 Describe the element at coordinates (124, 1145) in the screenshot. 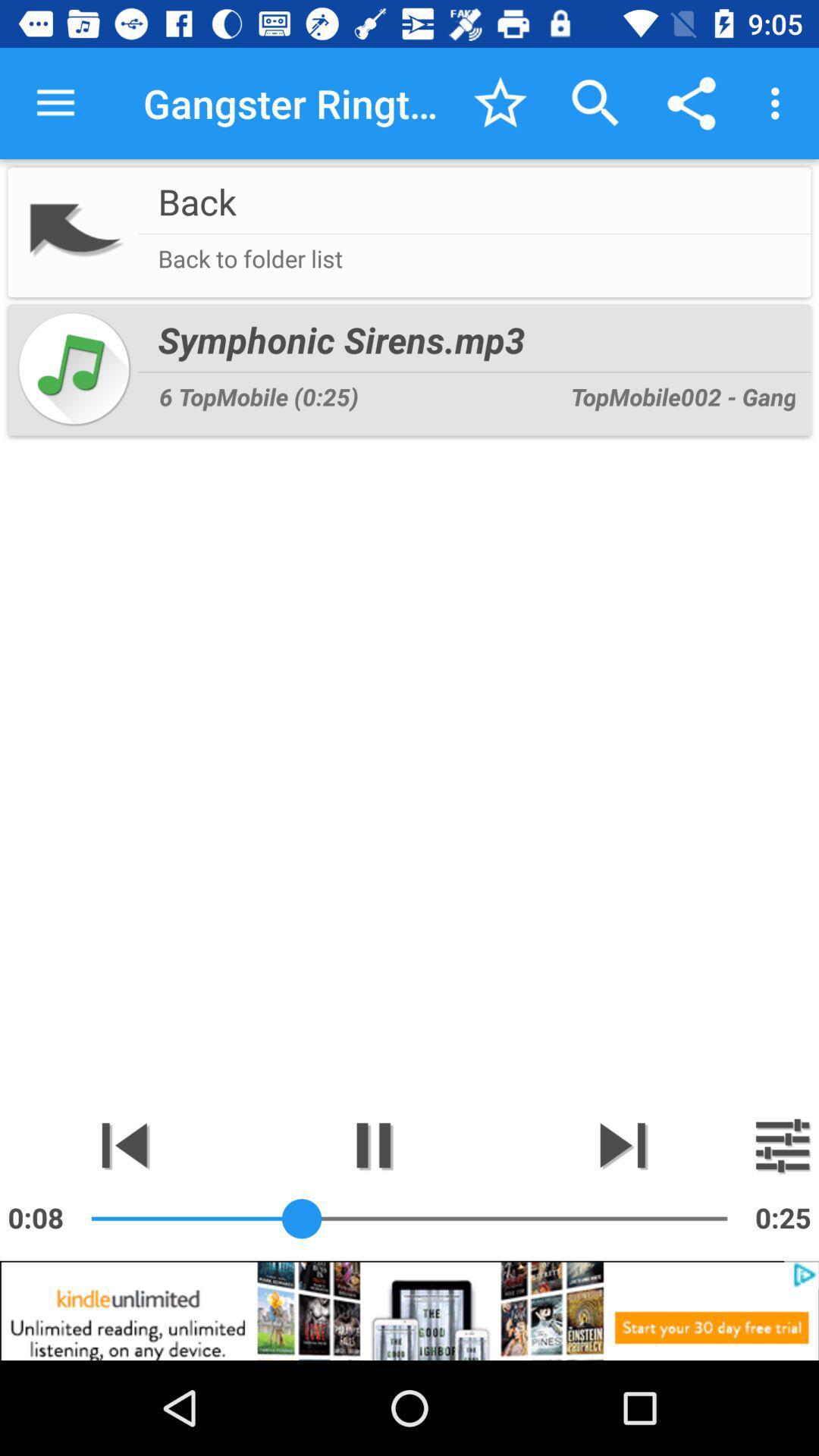

I see `the font icon` at that location.